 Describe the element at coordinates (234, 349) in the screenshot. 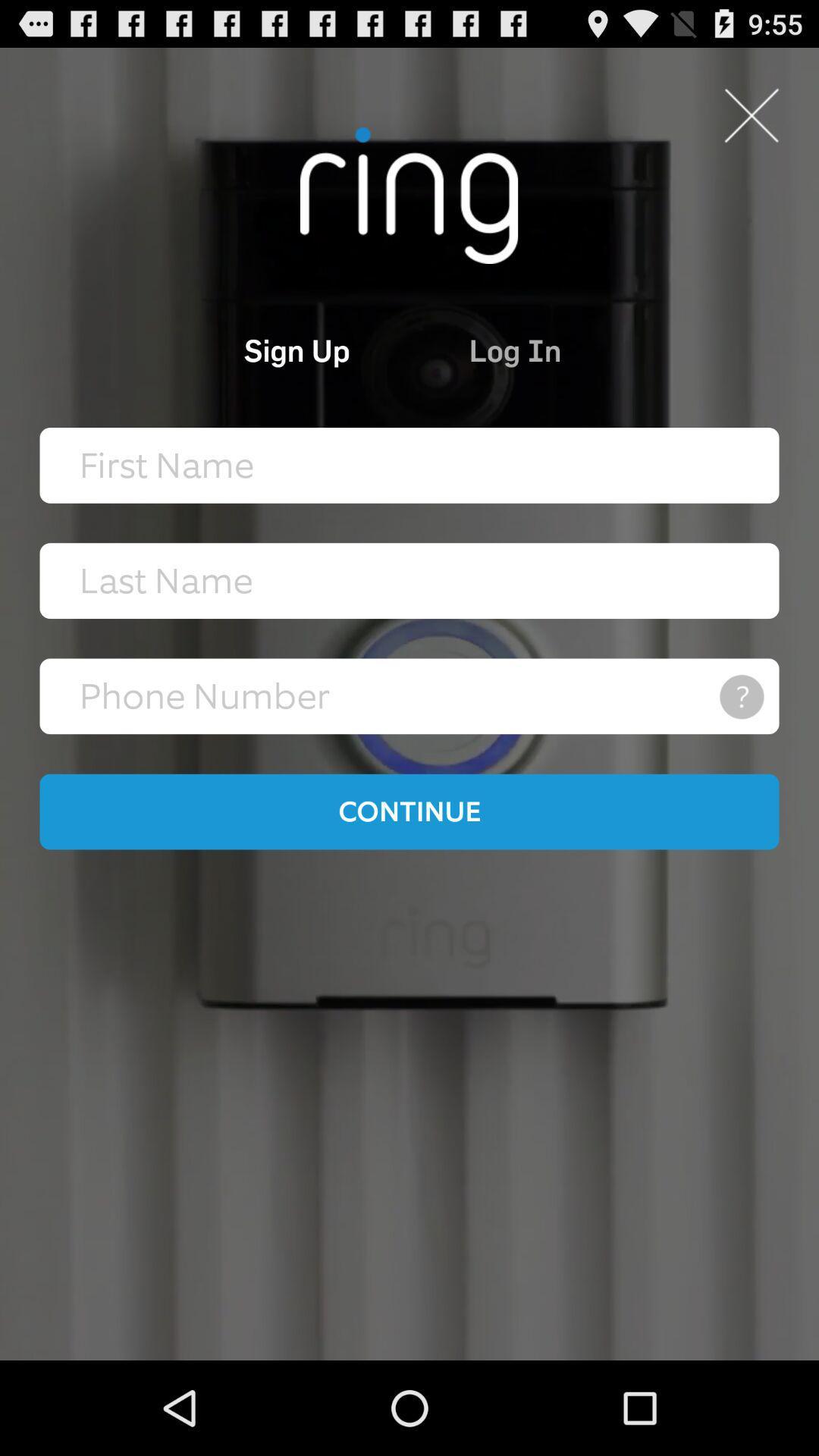

I see `sign up icon` at that location.